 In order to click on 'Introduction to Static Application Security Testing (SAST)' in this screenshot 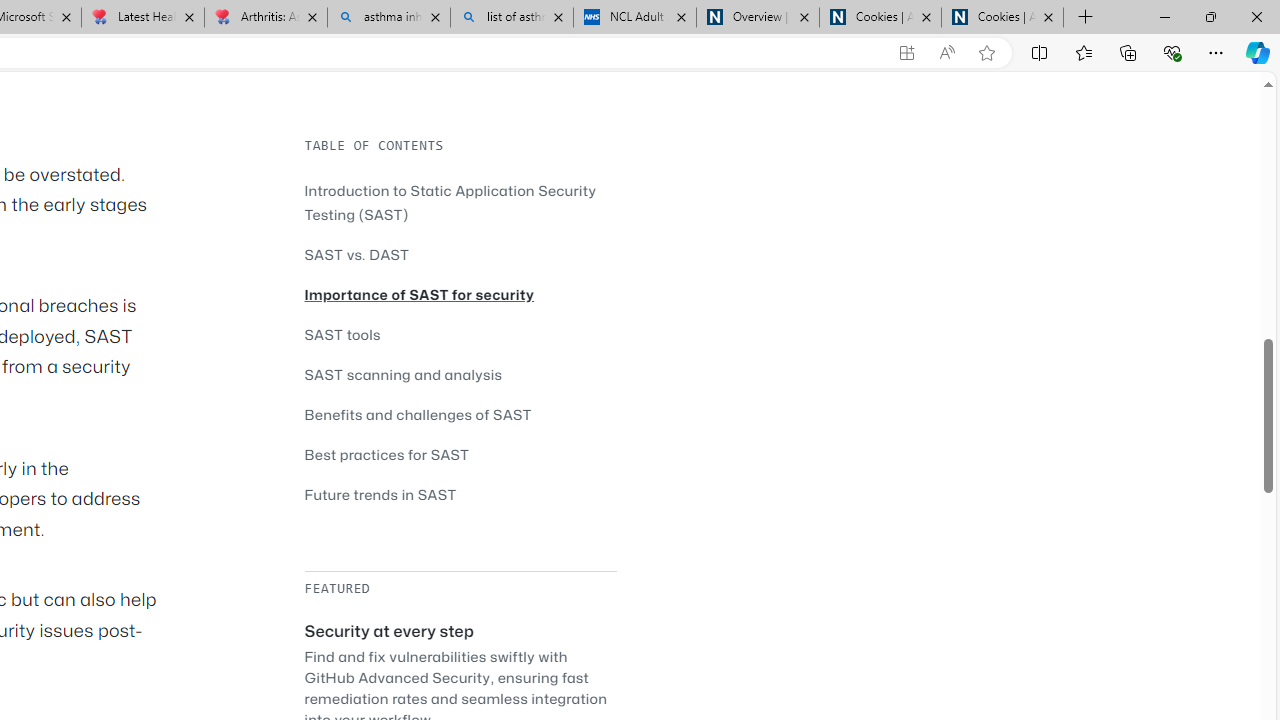, I will do `click(459, 202)`.